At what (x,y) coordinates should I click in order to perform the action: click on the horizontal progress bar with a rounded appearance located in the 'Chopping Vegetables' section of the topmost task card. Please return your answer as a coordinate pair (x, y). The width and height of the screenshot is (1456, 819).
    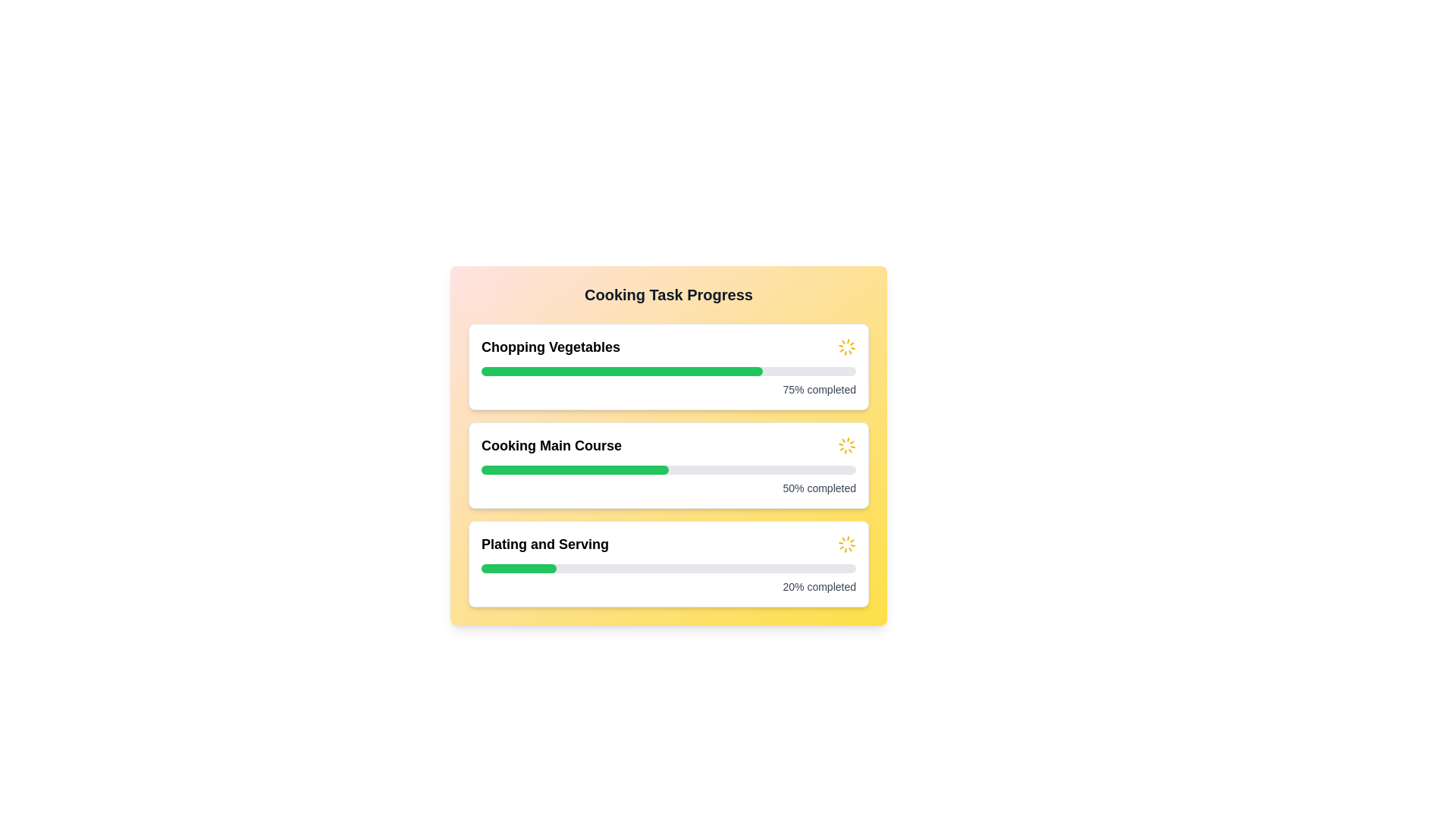
    Looking at the image, I should click on (668, 371).